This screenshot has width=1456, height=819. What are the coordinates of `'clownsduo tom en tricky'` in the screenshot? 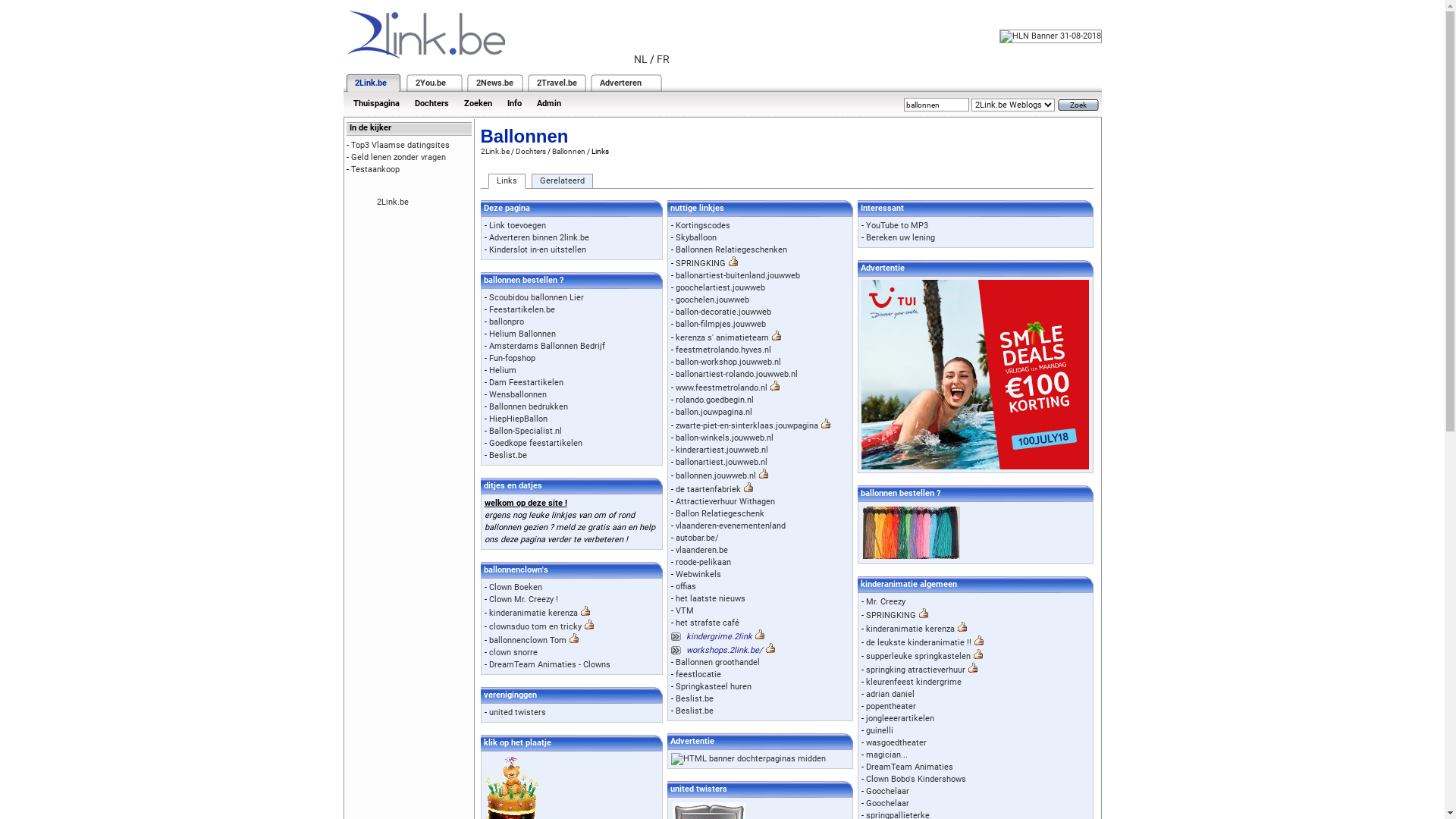 It's located at (535, 626).